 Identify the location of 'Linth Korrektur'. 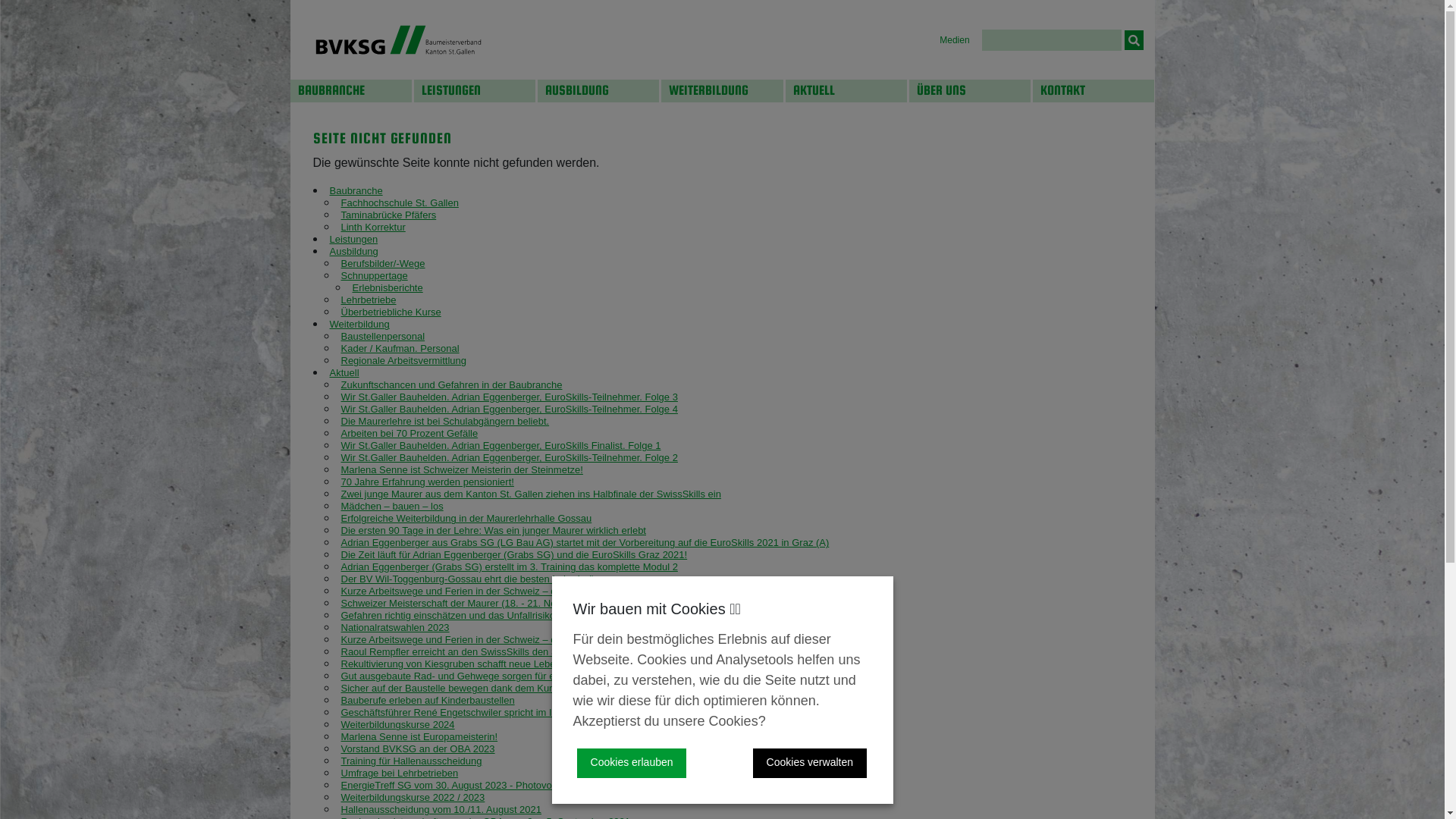
(373, 227).